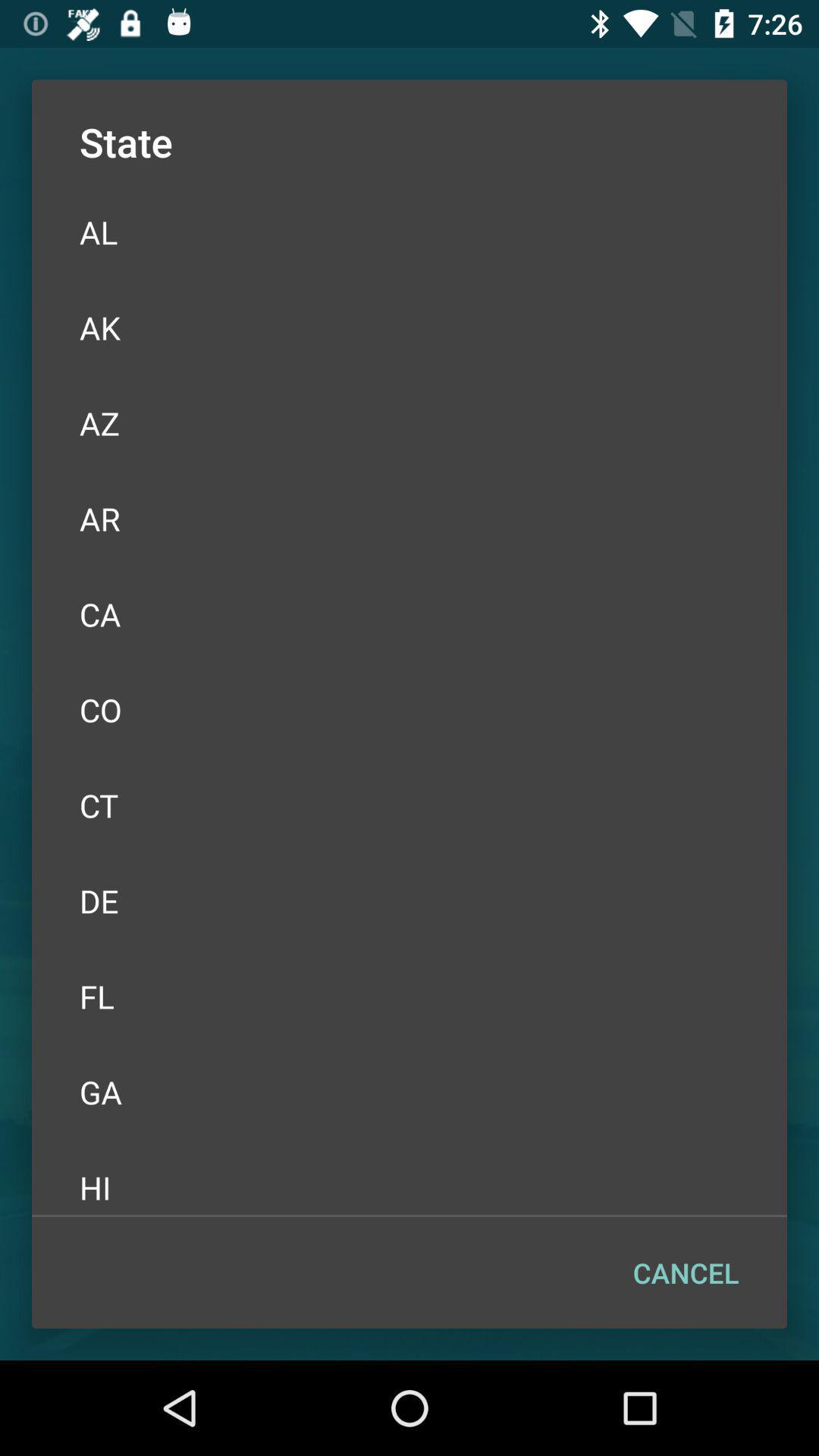  What do you see at coordinates (409, 709) in the screenshot?
I see `icon above ct icon` at bounding box center [409, 709].